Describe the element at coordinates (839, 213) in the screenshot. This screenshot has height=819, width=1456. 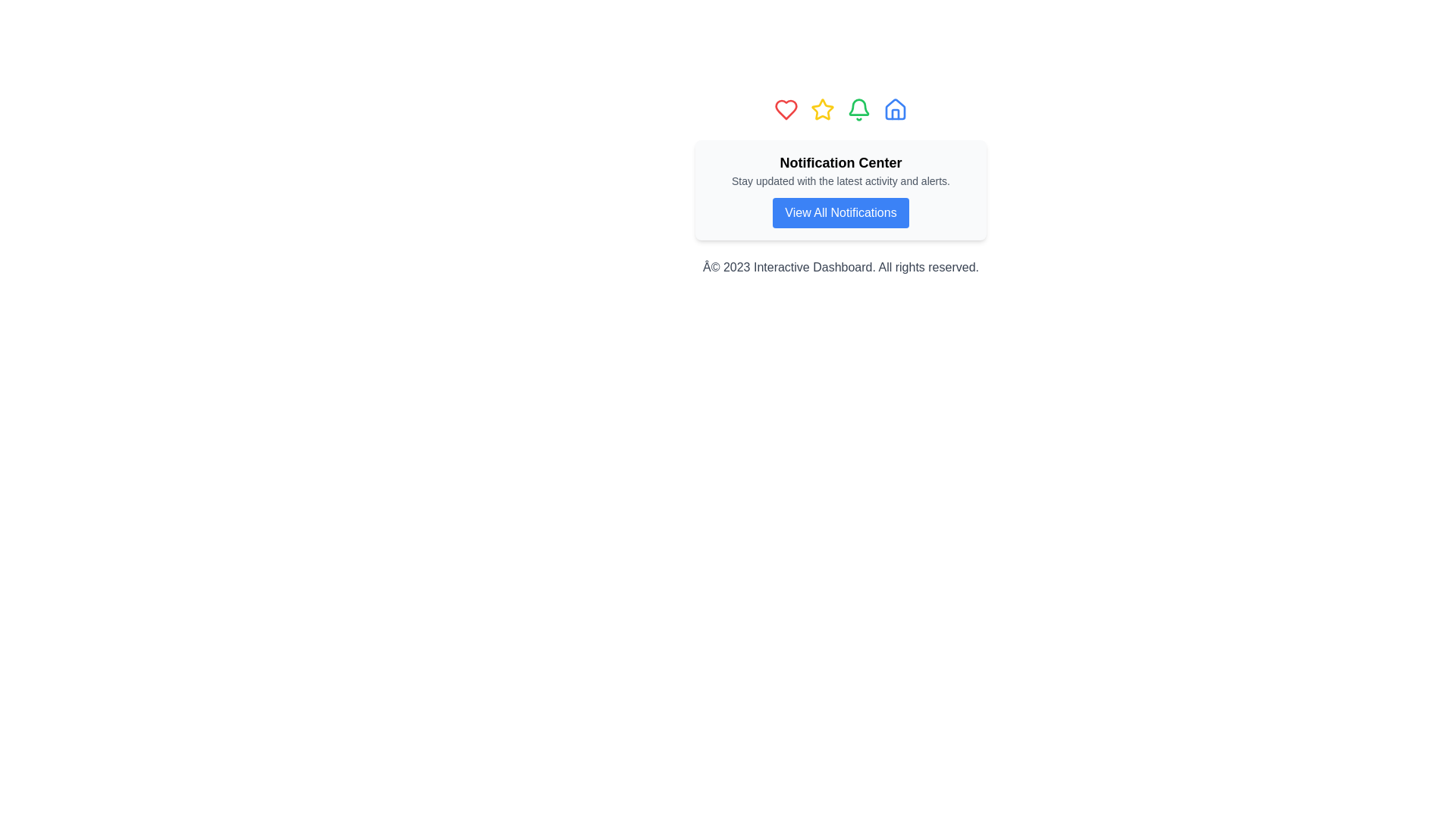
I see `the button located centrally within the 'Notification Center' card` at that location.